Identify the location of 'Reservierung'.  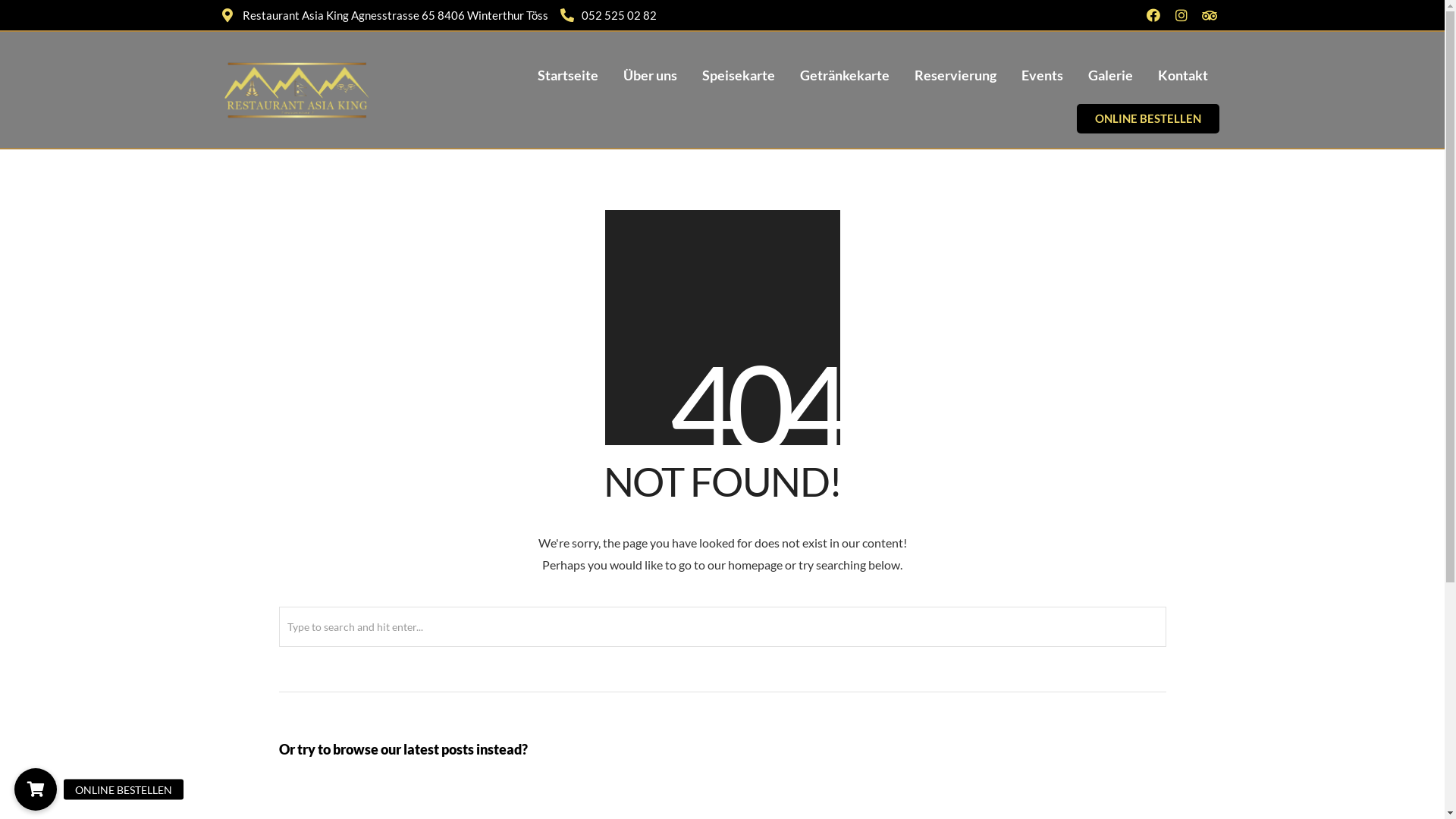
(910, 75).